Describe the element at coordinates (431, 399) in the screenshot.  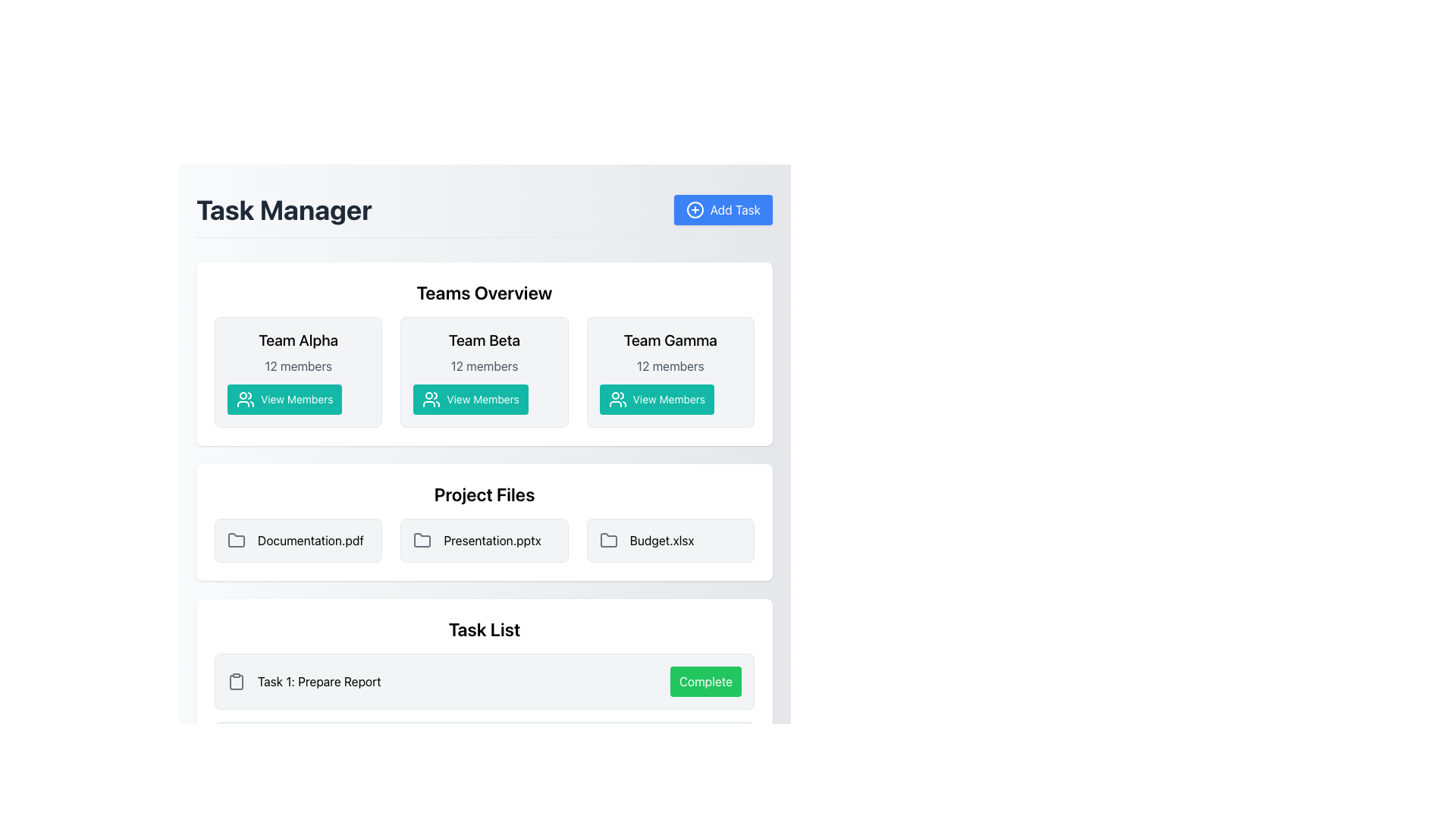
I see `the user icon within the 'View Members' button, which has a teal background and is part of the 'Team Beta' card` at that location.